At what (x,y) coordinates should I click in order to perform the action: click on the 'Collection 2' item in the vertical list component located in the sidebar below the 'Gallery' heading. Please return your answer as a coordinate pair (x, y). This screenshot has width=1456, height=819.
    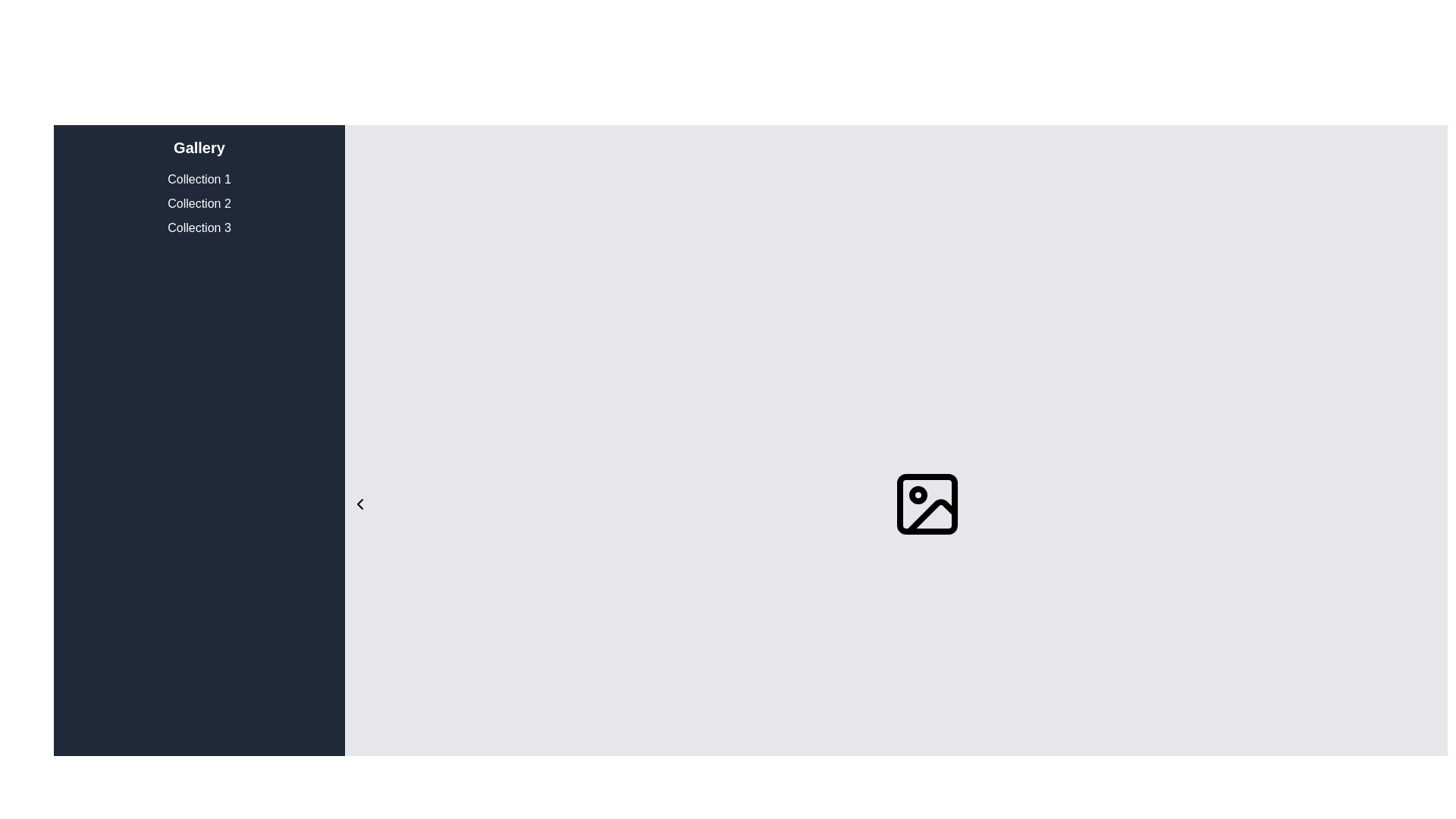
    Looking at the image, I should click on (199, 203).